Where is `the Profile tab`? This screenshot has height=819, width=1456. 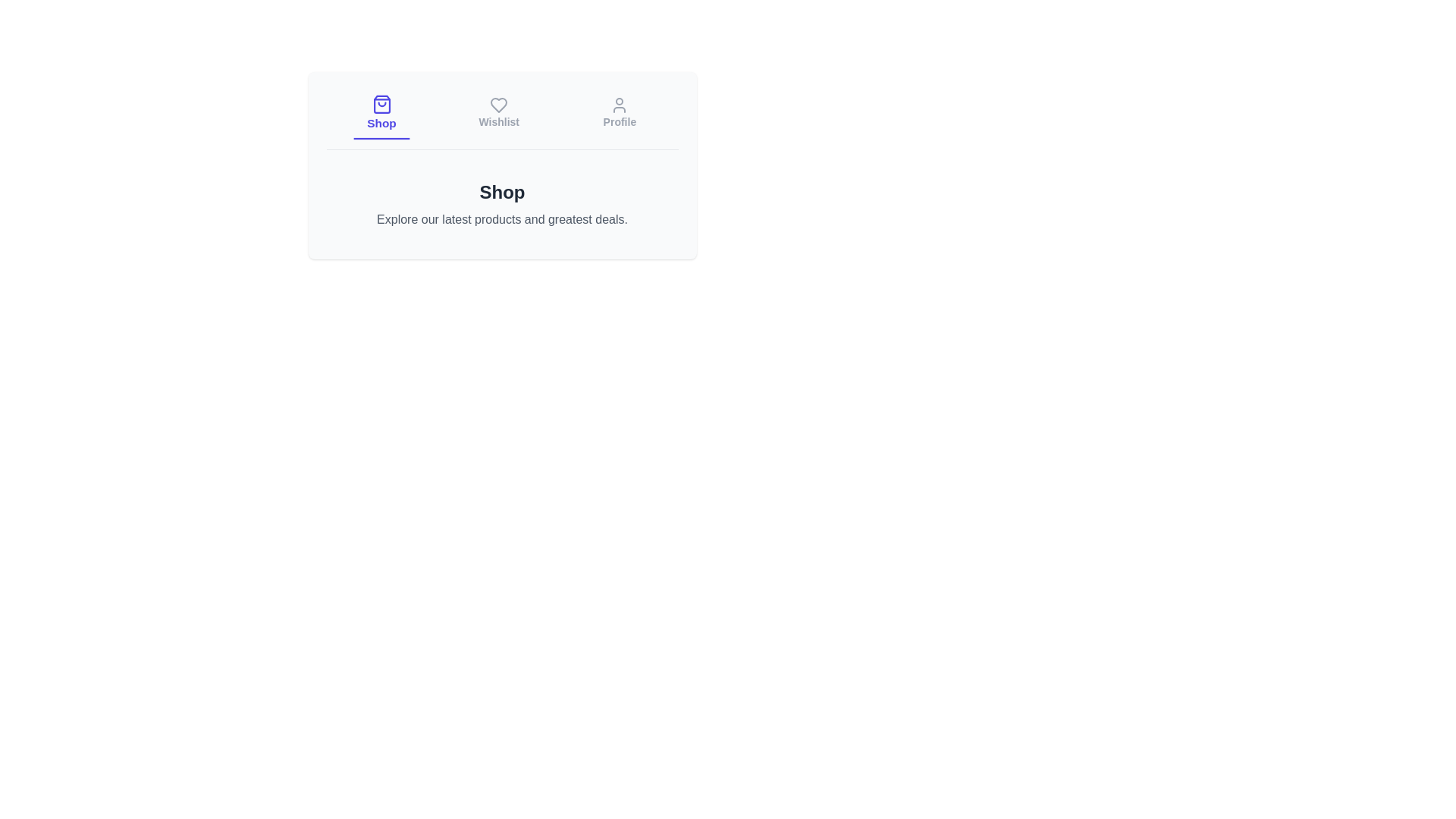
the Profile tab is located at coordinates (619, 113).